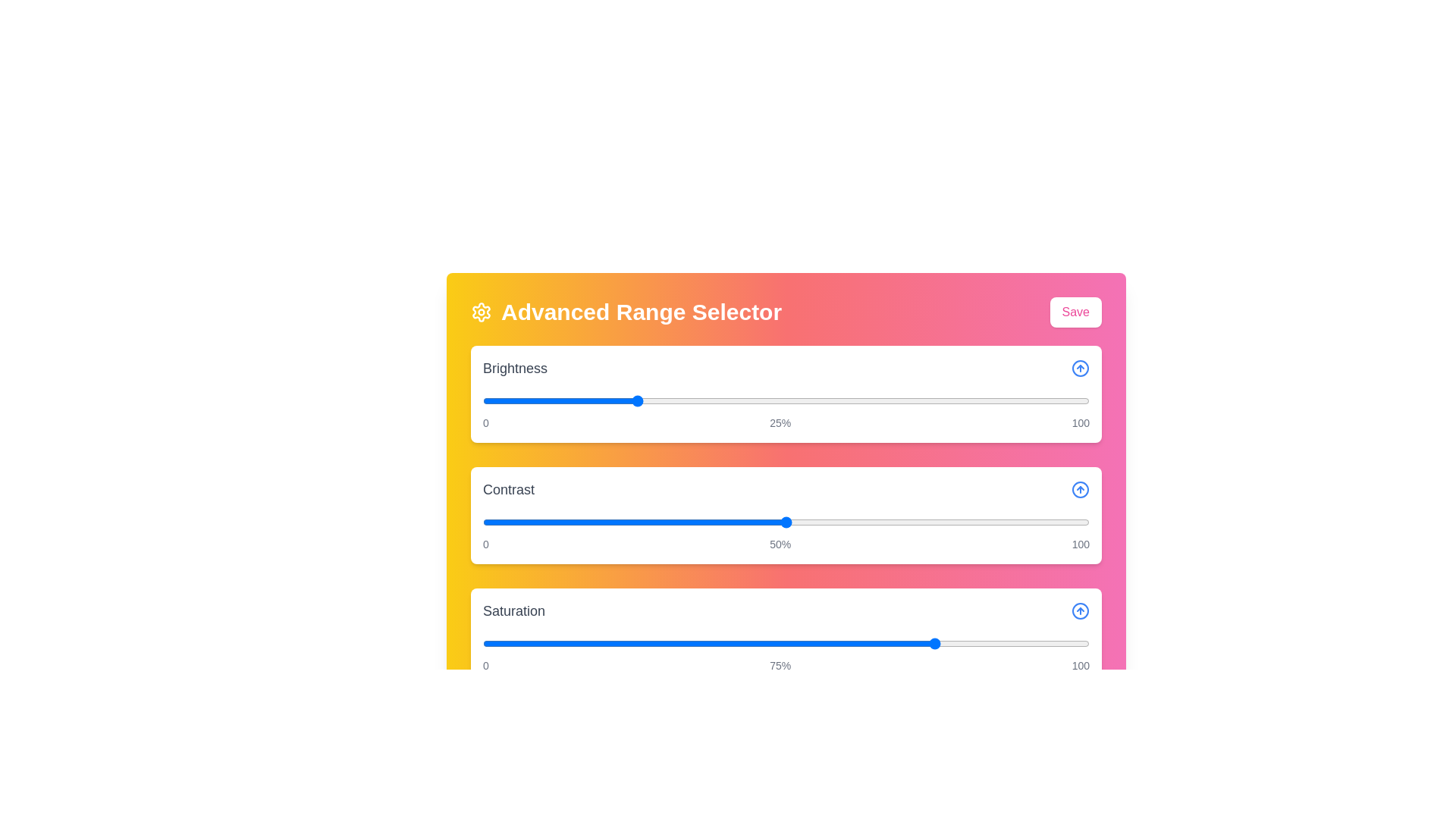  What do you see at coordinates (1080, 610) in the screenshot?
I see `the arrow icon for Saturation` at bounding box center [1080, 610].